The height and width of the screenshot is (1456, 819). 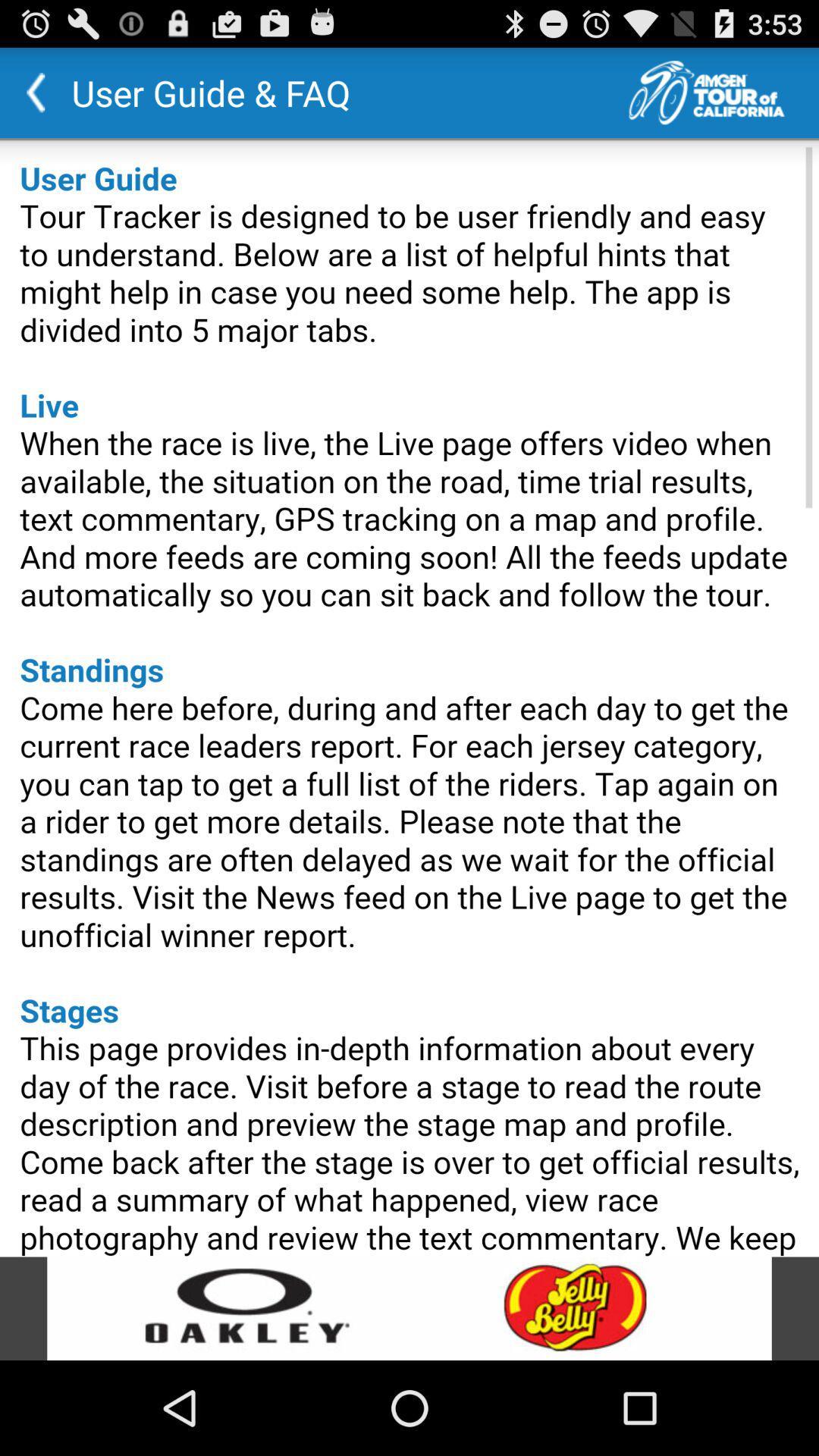 I want to click on advertisement 's webpage, so click(x=409, y=1307).